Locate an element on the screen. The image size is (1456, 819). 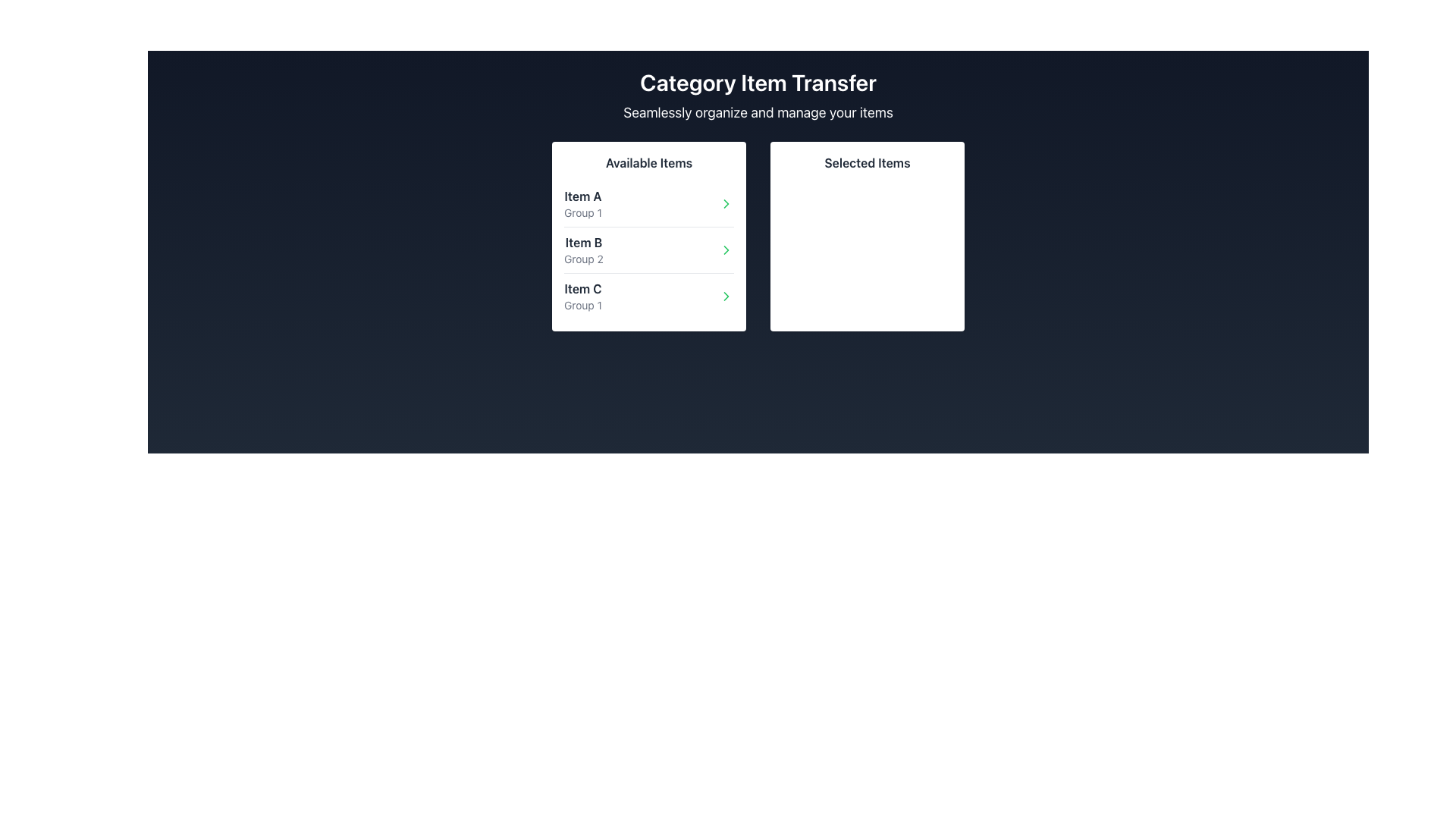
the static text display for 'Item B' under 'Group 2', which is the second item in the 'Available Items' section, located between 'Item A (Group 1)' and 'Item C (Group 1)' is located at coordinates (582, 249).